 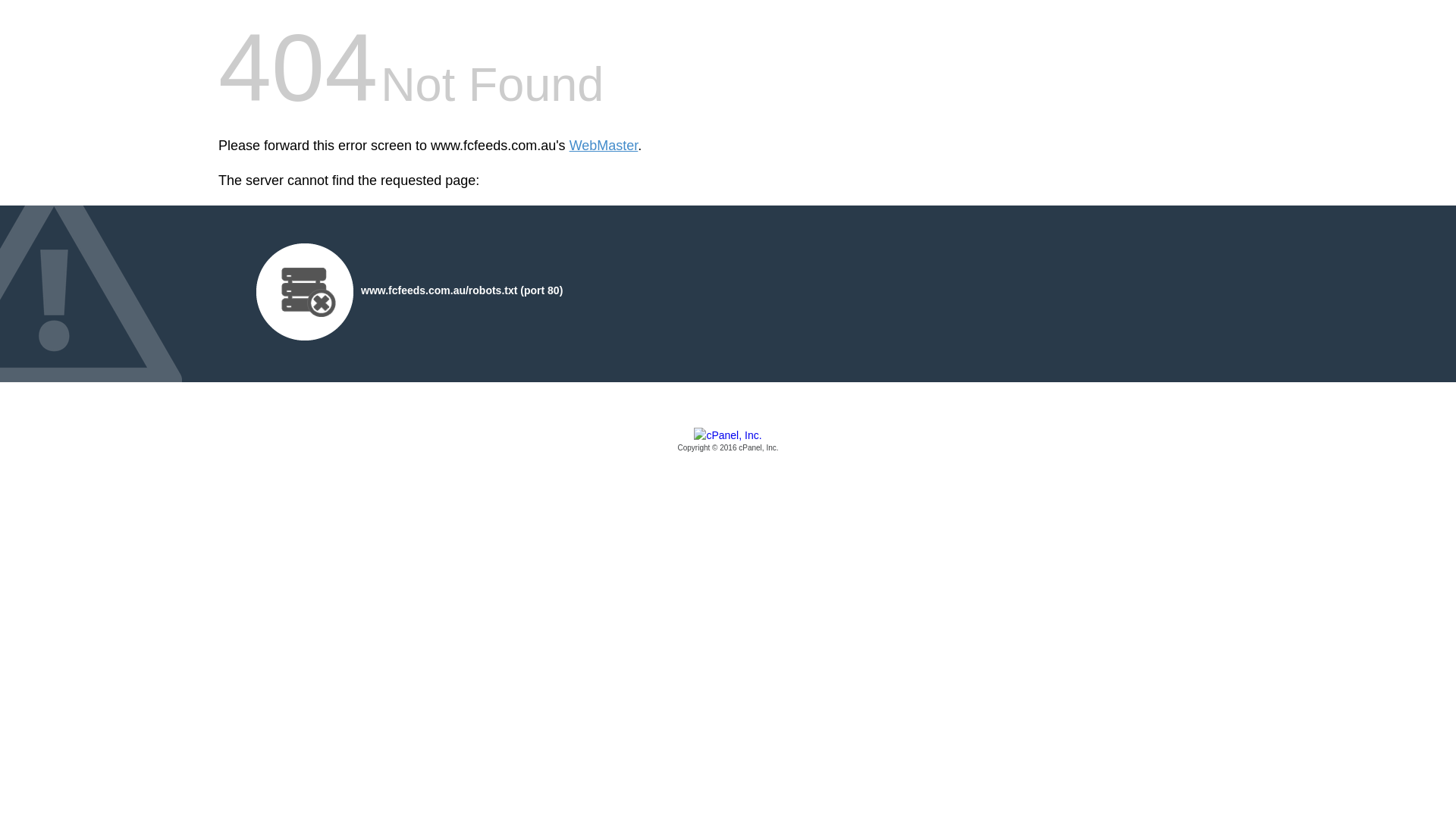 What do you see at coordinates (603, 146) in the screenshot?
I see `'WebMaster'` at bounding box center [603, 146].